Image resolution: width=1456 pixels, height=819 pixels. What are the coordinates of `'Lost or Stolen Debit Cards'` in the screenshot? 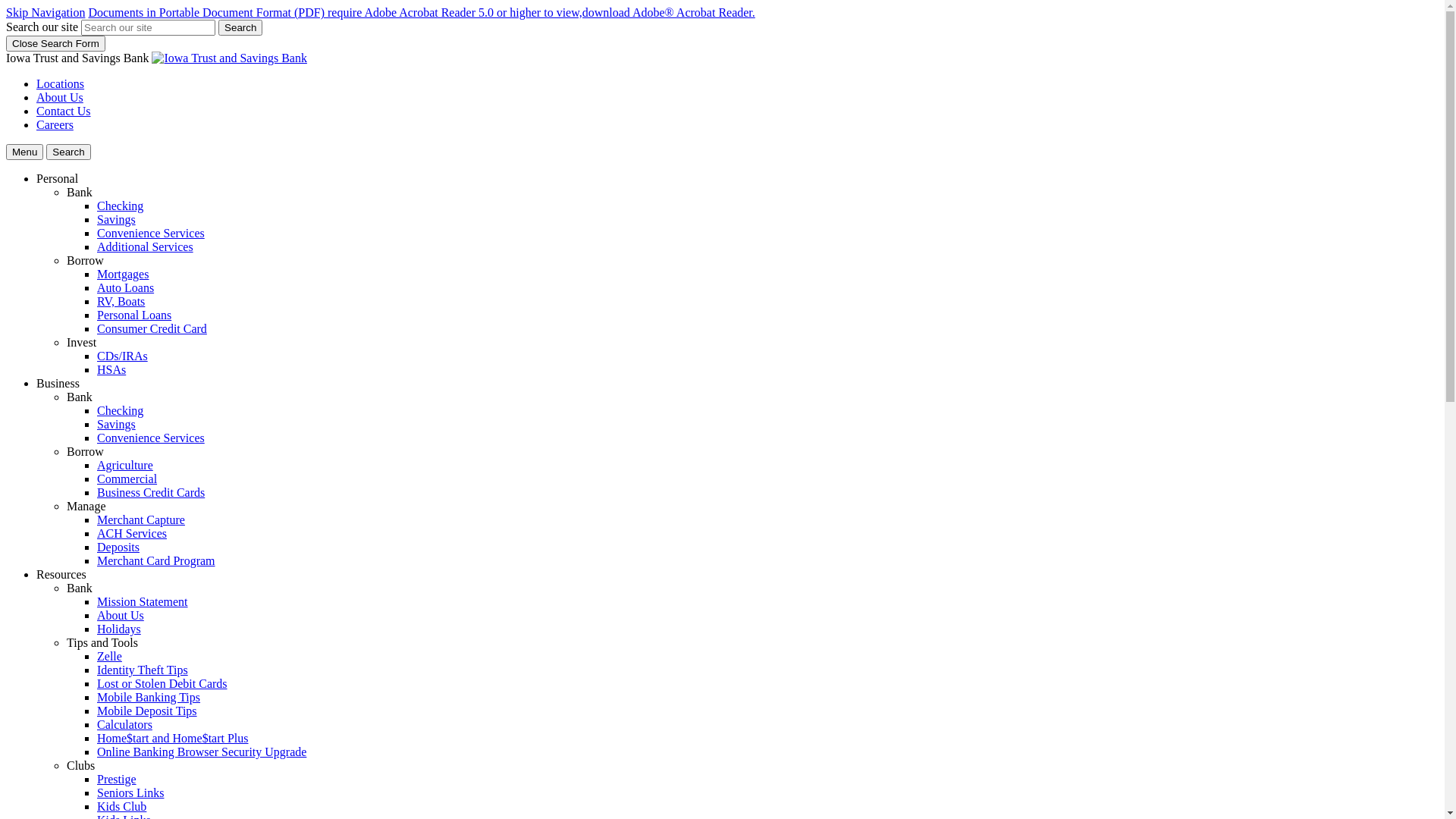 It's located at (162, 683).